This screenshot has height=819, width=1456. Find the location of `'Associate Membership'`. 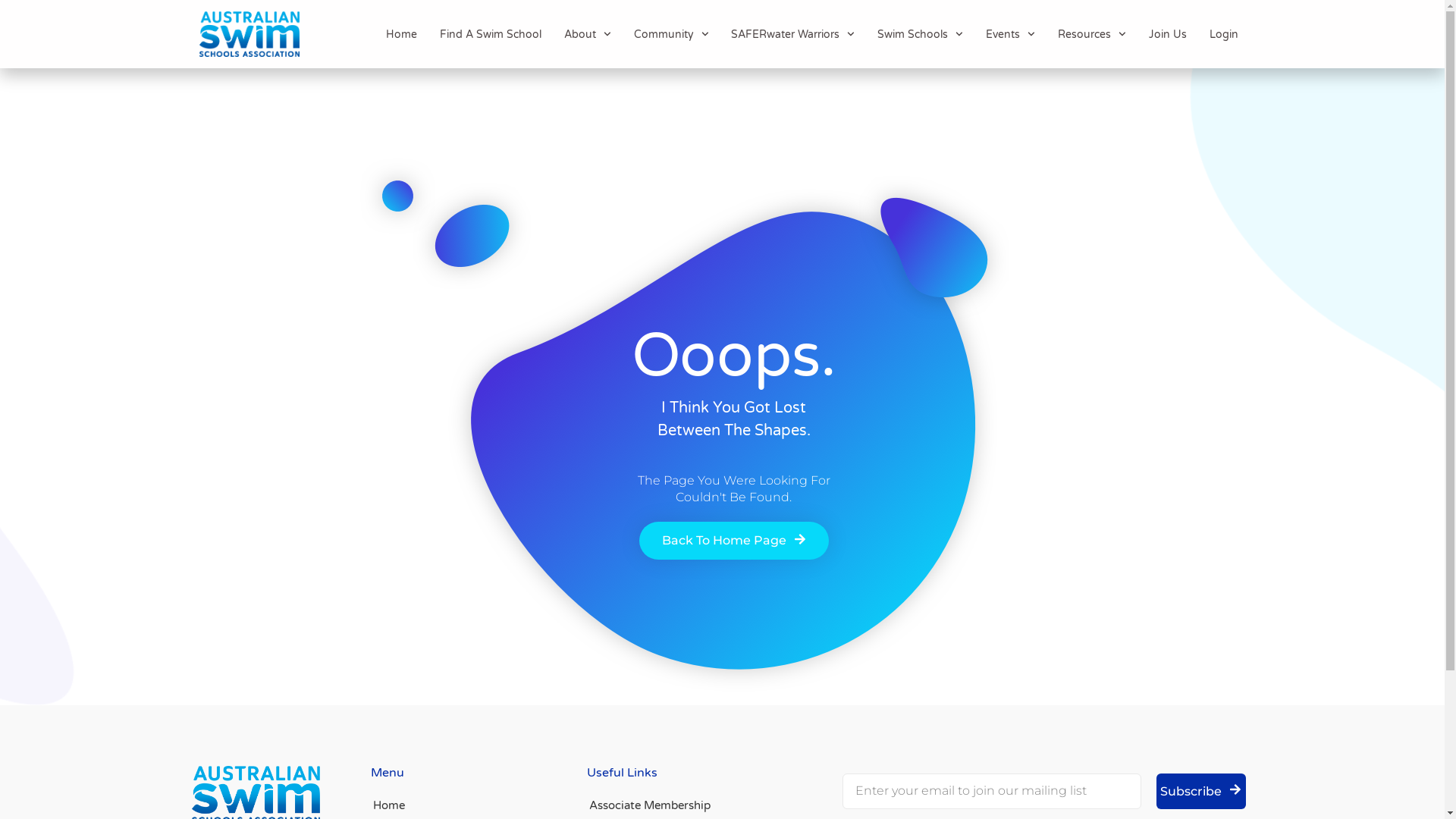

'Associate Membership' is located at coordinates (695, 804).